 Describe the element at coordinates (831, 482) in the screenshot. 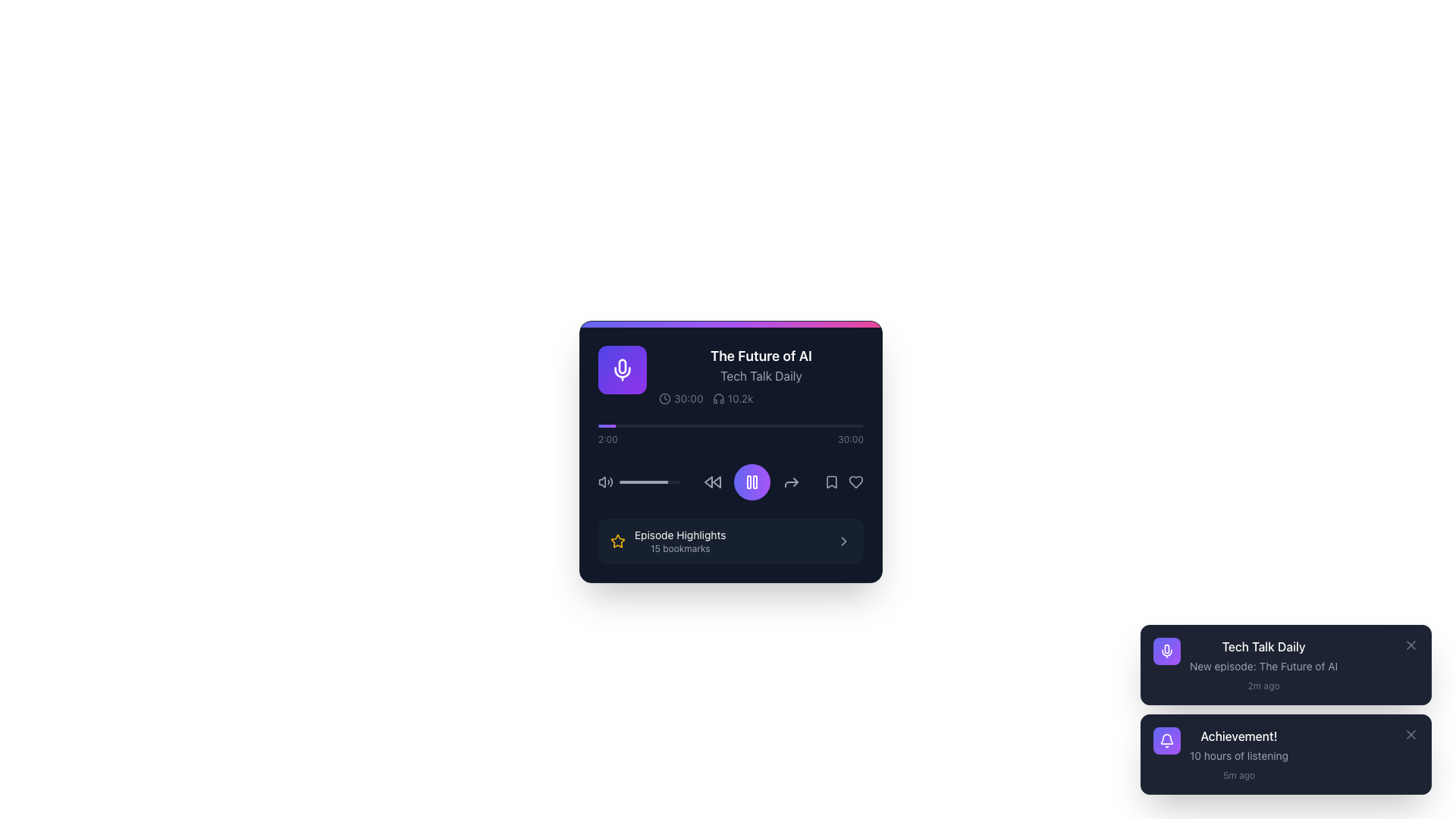

I see `the bookmark-shaped icon located at the bottom-right of the primary content card, which has a notable angular design and is aligned with other icons like a heart and share icon` at that location.